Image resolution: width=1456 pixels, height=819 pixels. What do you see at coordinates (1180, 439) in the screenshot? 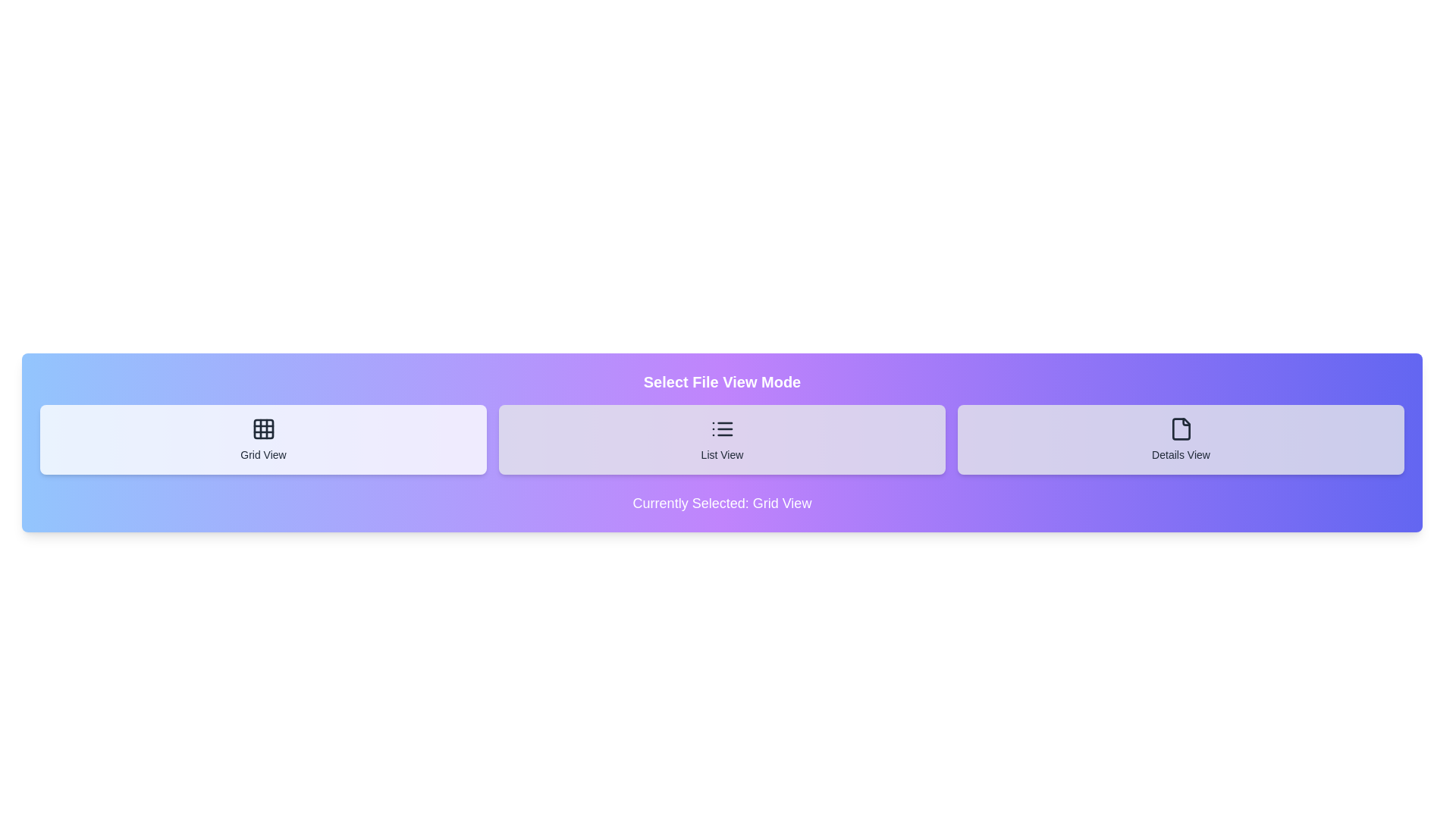
I see `the button corresponding to the desired file view mode: Details View` at bounding box center [1180, 439].